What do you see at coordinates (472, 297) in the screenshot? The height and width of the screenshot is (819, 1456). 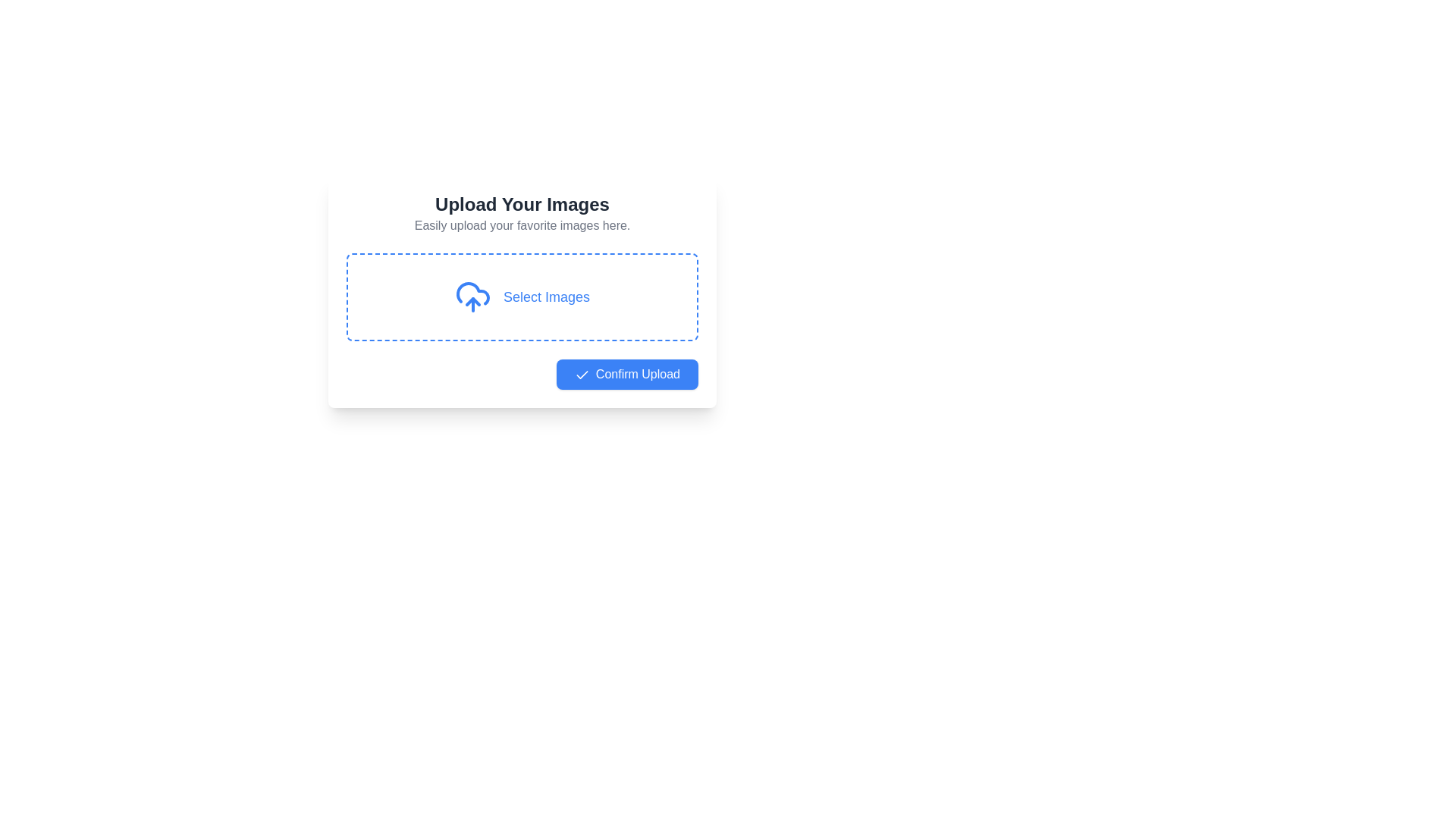 I see `the blue cloud icon with an upward arrow, which is located to the left of the 'Select Images' text in the dashed-bordered rectangular area` at bounding box center [472, 297].